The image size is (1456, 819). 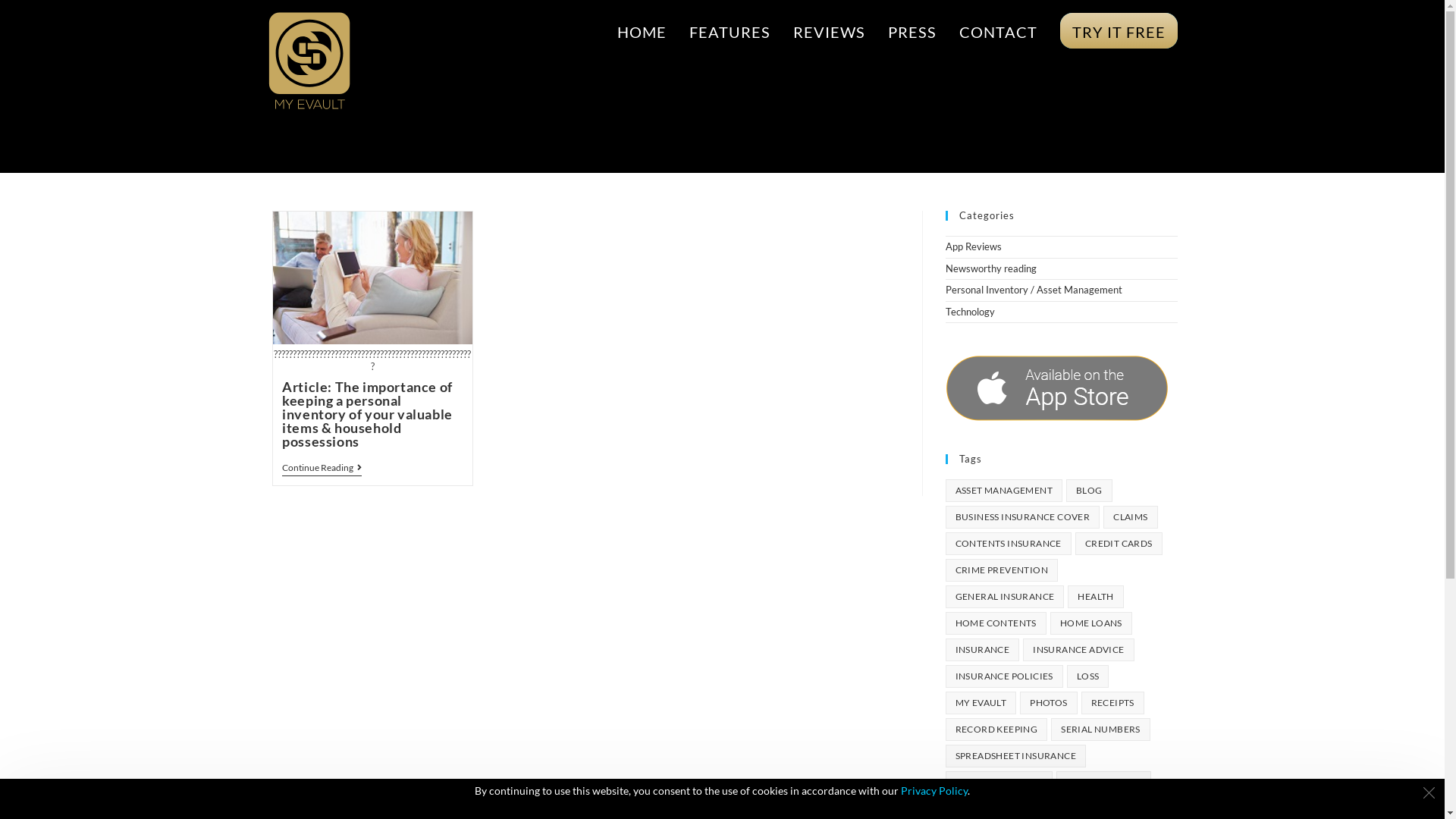 What do you see at coordinates (944, 491) in the screenshot?
I see `'ASSET MANAGEMENT'` at bounding box center [944, 491].